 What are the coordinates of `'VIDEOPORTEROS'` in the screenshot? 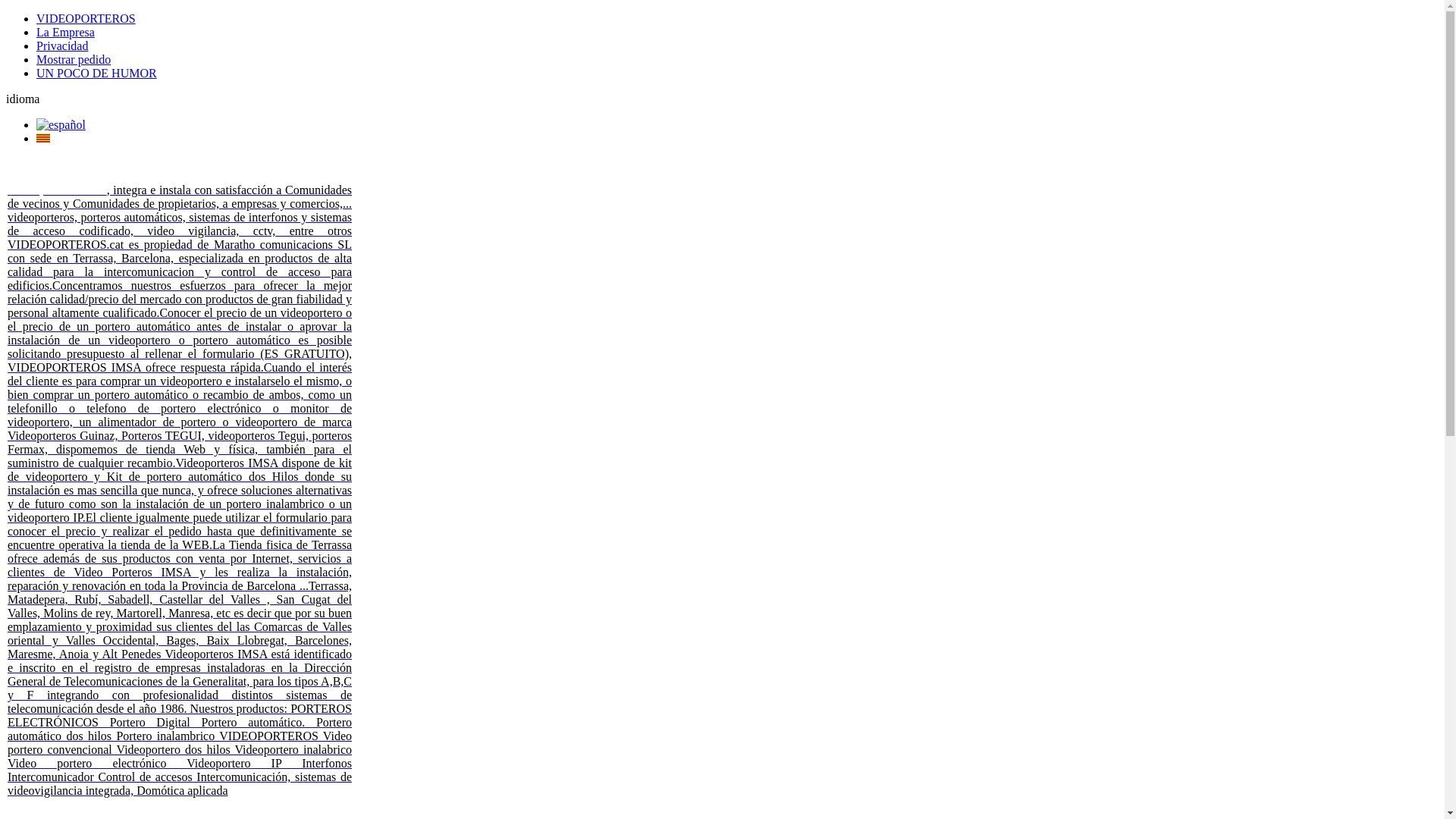 It's located at (85, 18).